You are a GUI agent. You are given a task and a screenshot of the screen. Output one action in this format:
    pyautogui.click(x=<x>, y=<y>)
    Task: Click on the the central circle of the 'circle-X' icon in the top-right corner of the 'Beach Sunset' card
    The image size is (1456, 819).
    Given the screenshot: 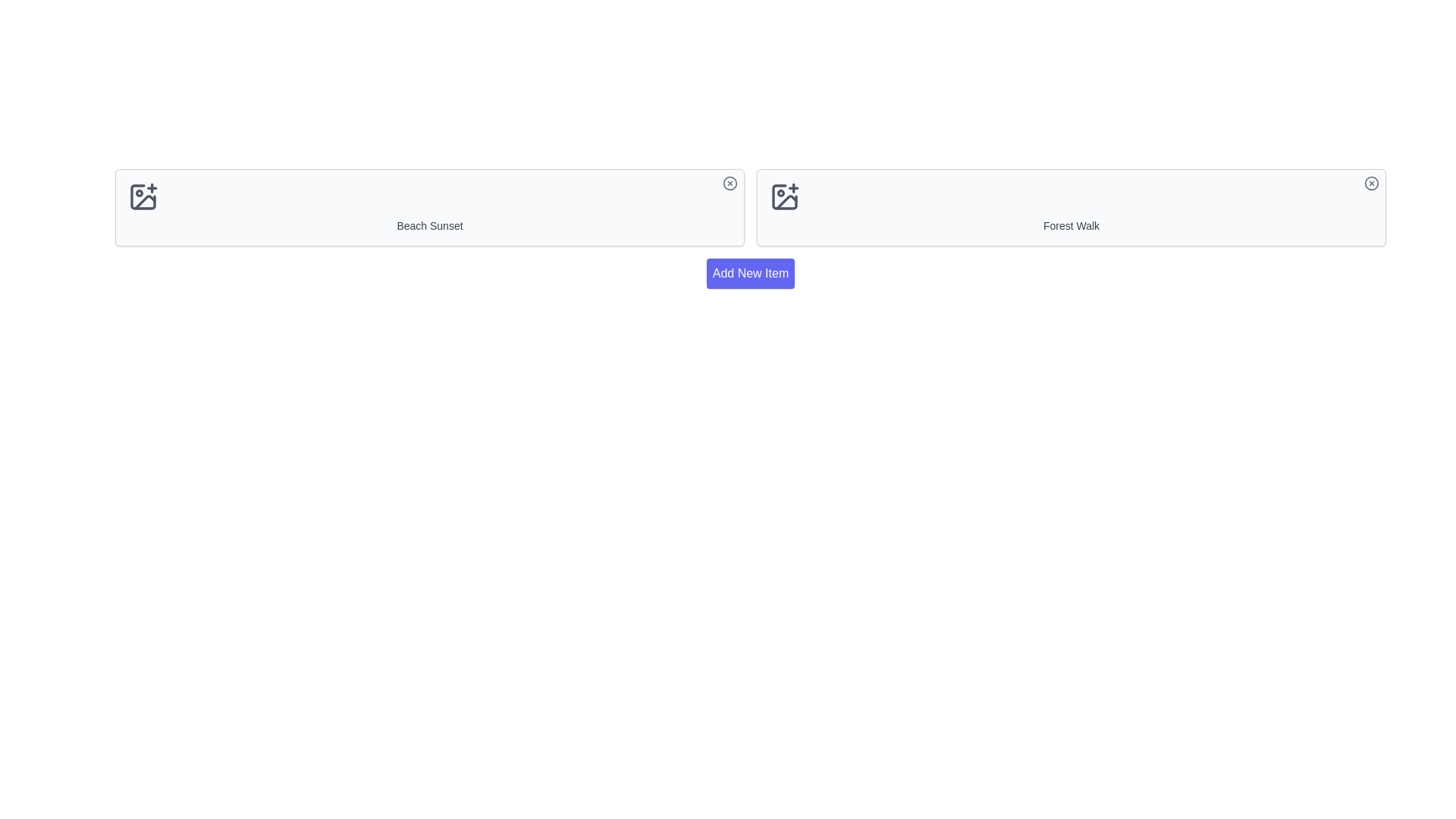 What is the action you would take?
    pyautogui.click(x=730, y=183)
    